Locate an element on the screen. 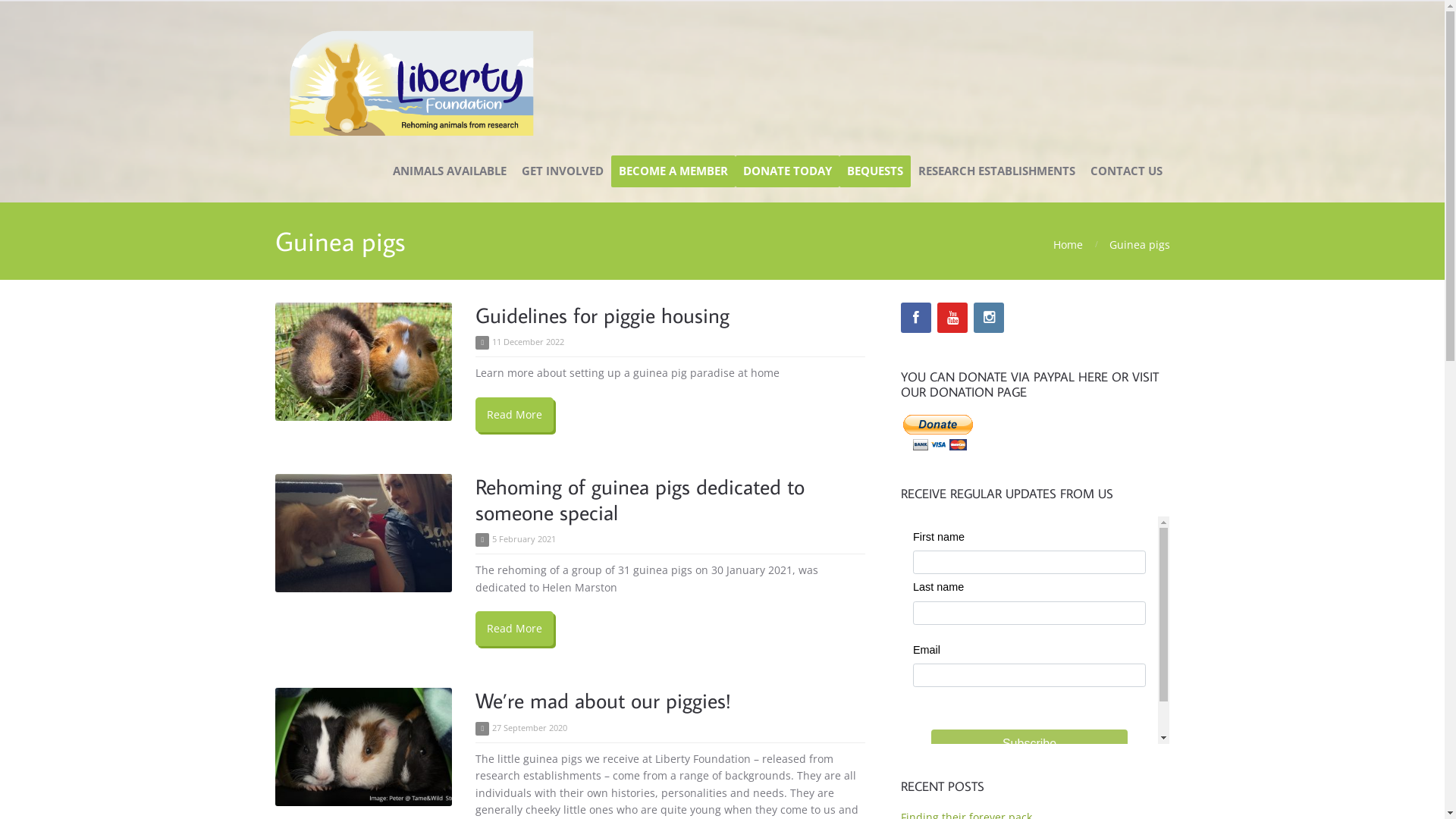 Image resolution: width=1456 pixels, height=819 pixels. 'Home' is located at coordinates (1066, 243).